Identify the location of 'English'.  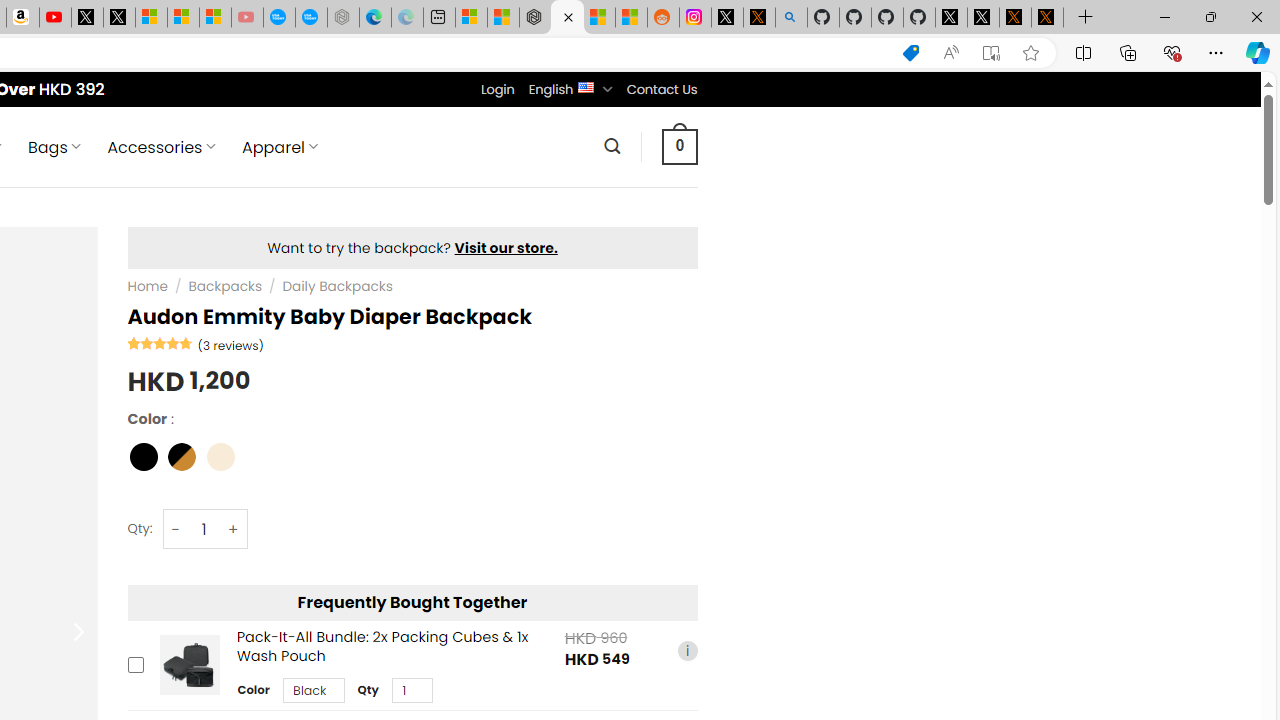
(585, 85).